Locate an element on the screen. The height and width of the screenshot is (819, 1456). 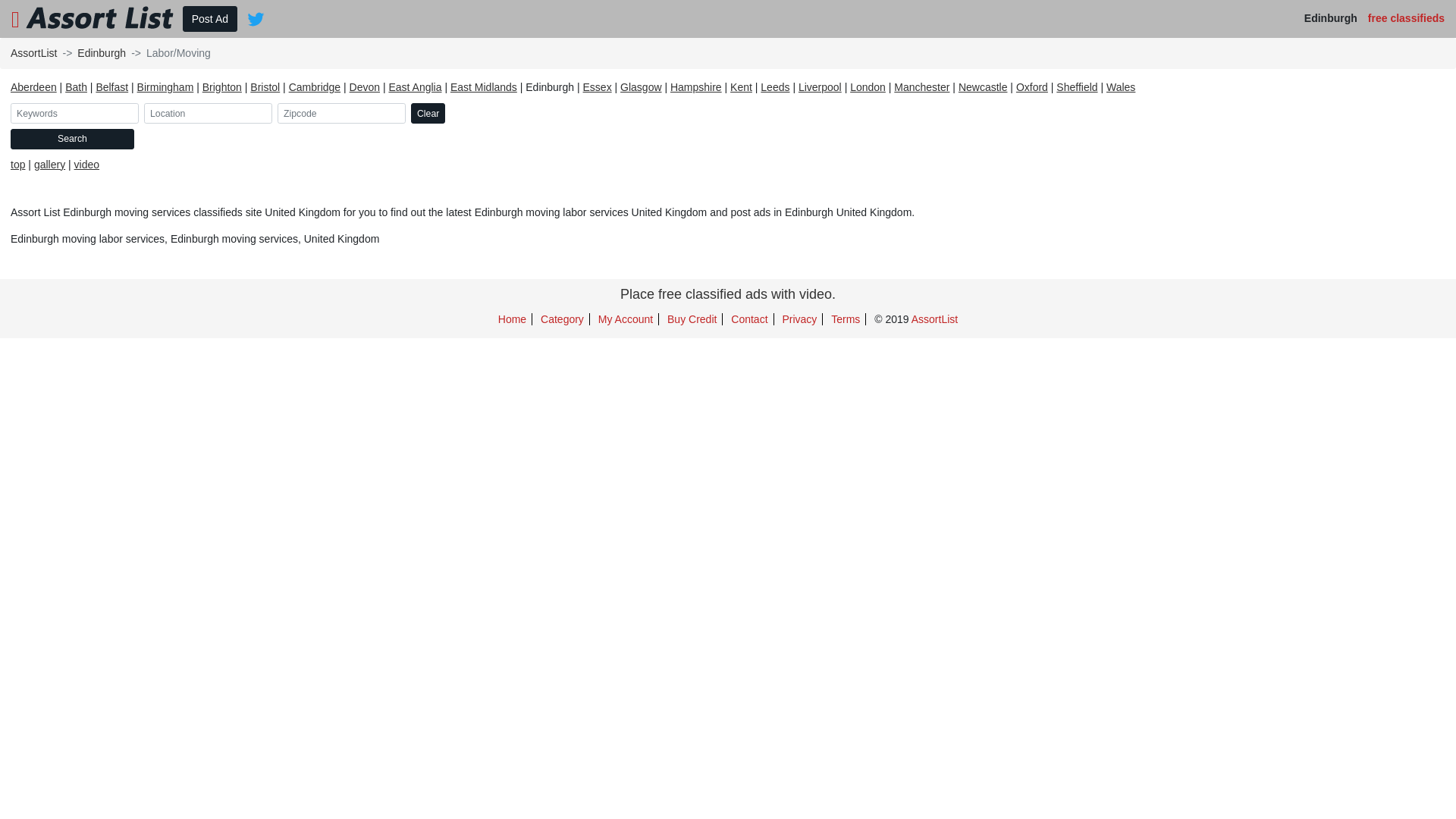
'Kent' is located at coordinates (741, 87).